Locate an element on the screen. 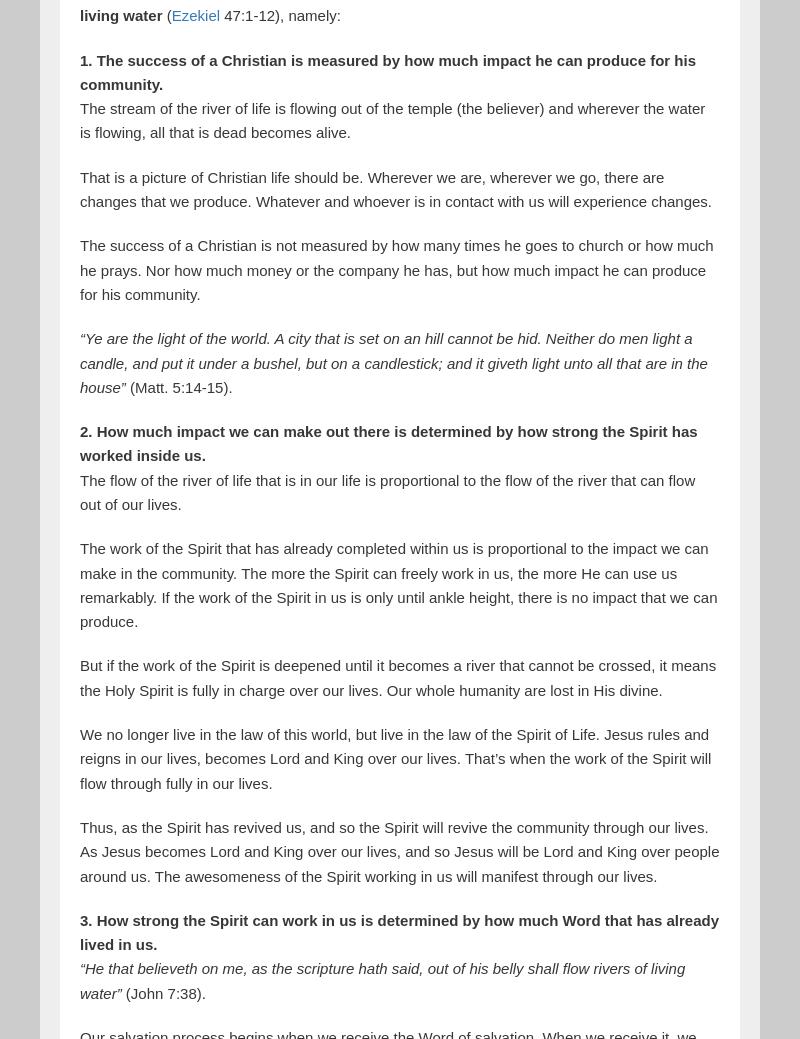  '“He that believeth on me, as the scripture hath said, out of his belly shall flow rivers of living water”' is located at coordinates (381, 980).